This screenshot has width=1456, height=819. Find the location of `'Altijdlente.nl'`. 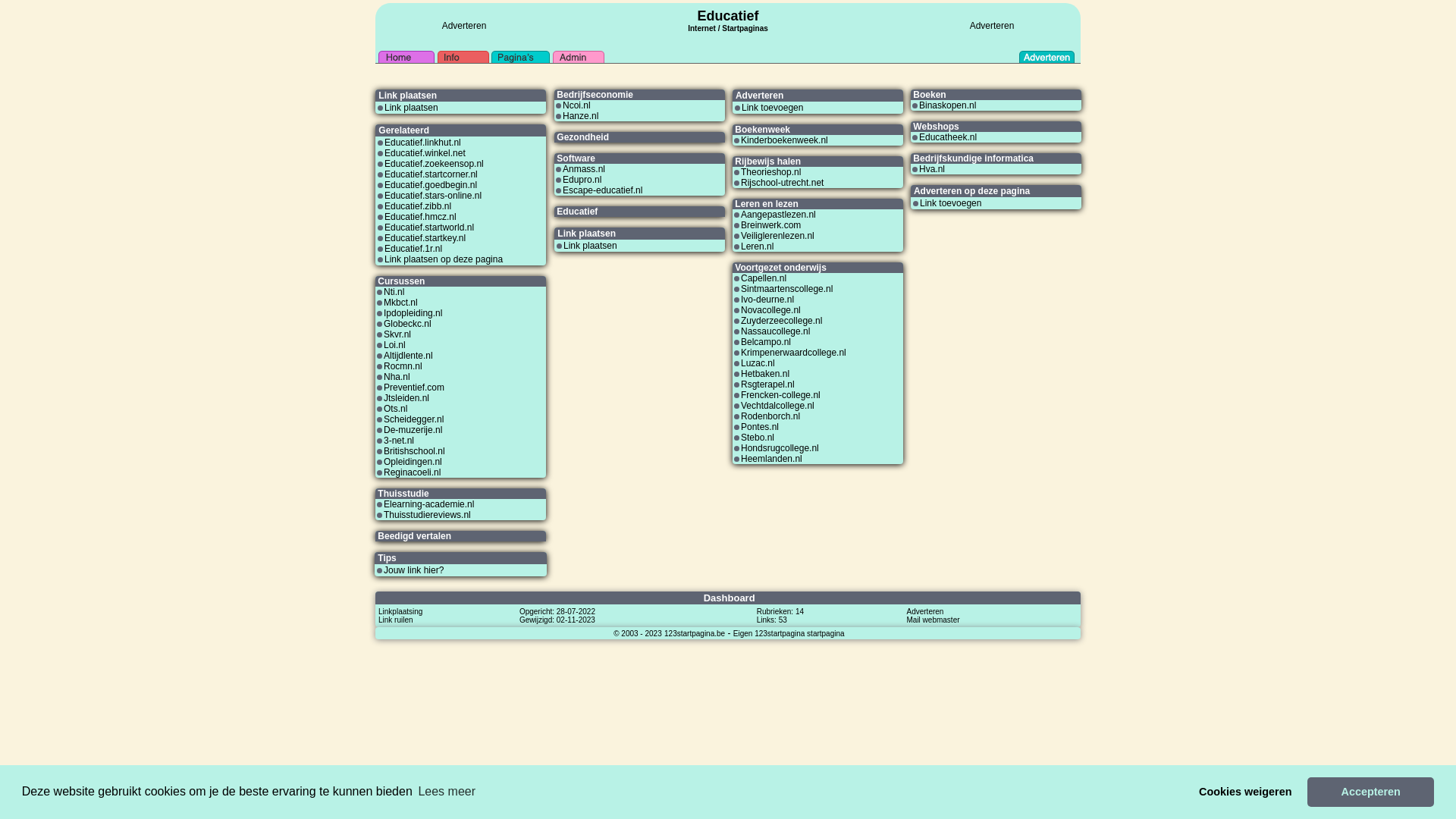

'Altijdlente.nl' is located at coordinates (383, 356).